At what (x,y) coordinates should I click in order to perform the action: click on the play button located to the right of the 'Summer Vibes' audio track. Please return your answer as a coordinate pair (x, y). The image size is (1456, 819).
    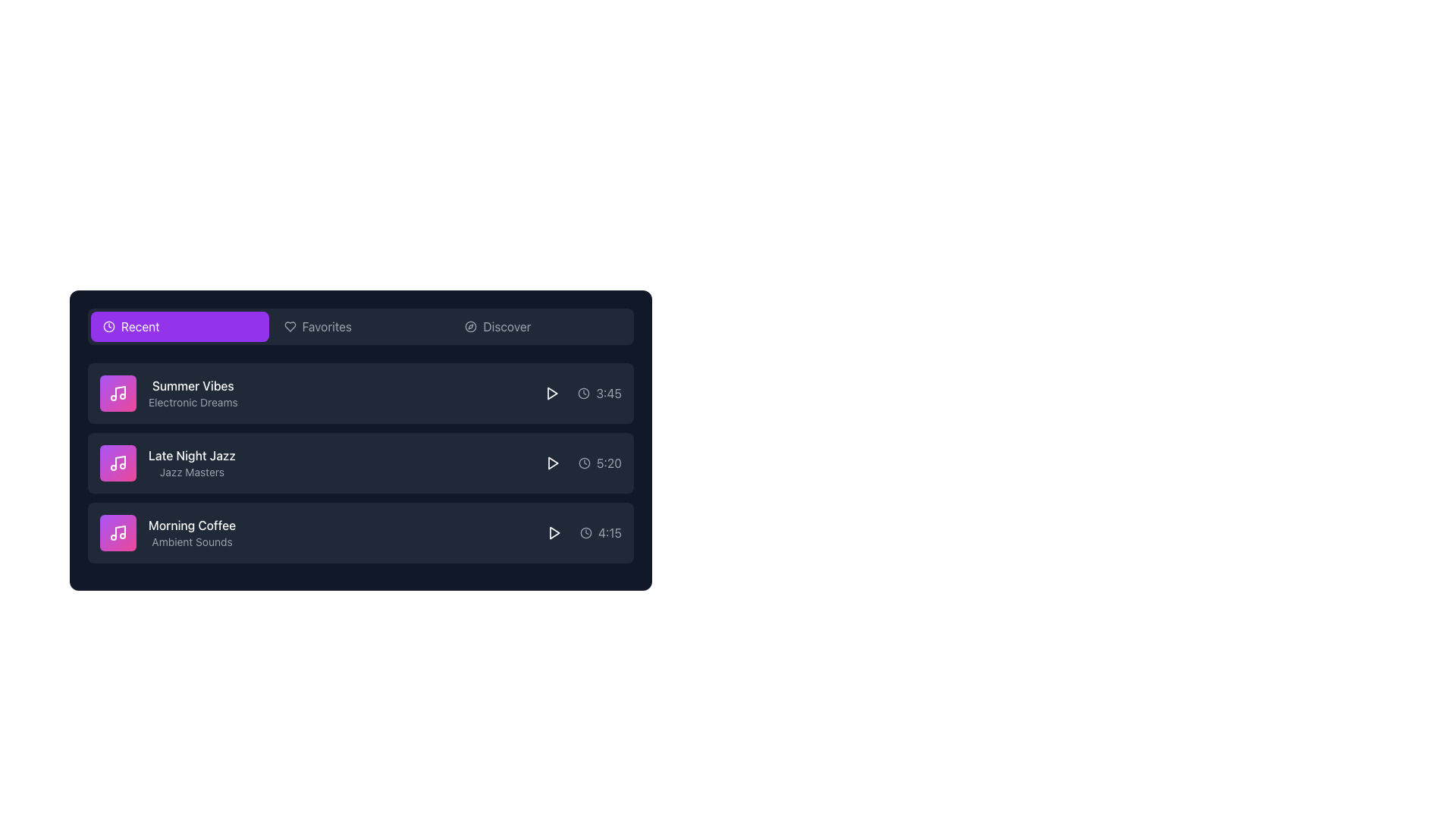
    Looking at the image, I should click on (551, 393).